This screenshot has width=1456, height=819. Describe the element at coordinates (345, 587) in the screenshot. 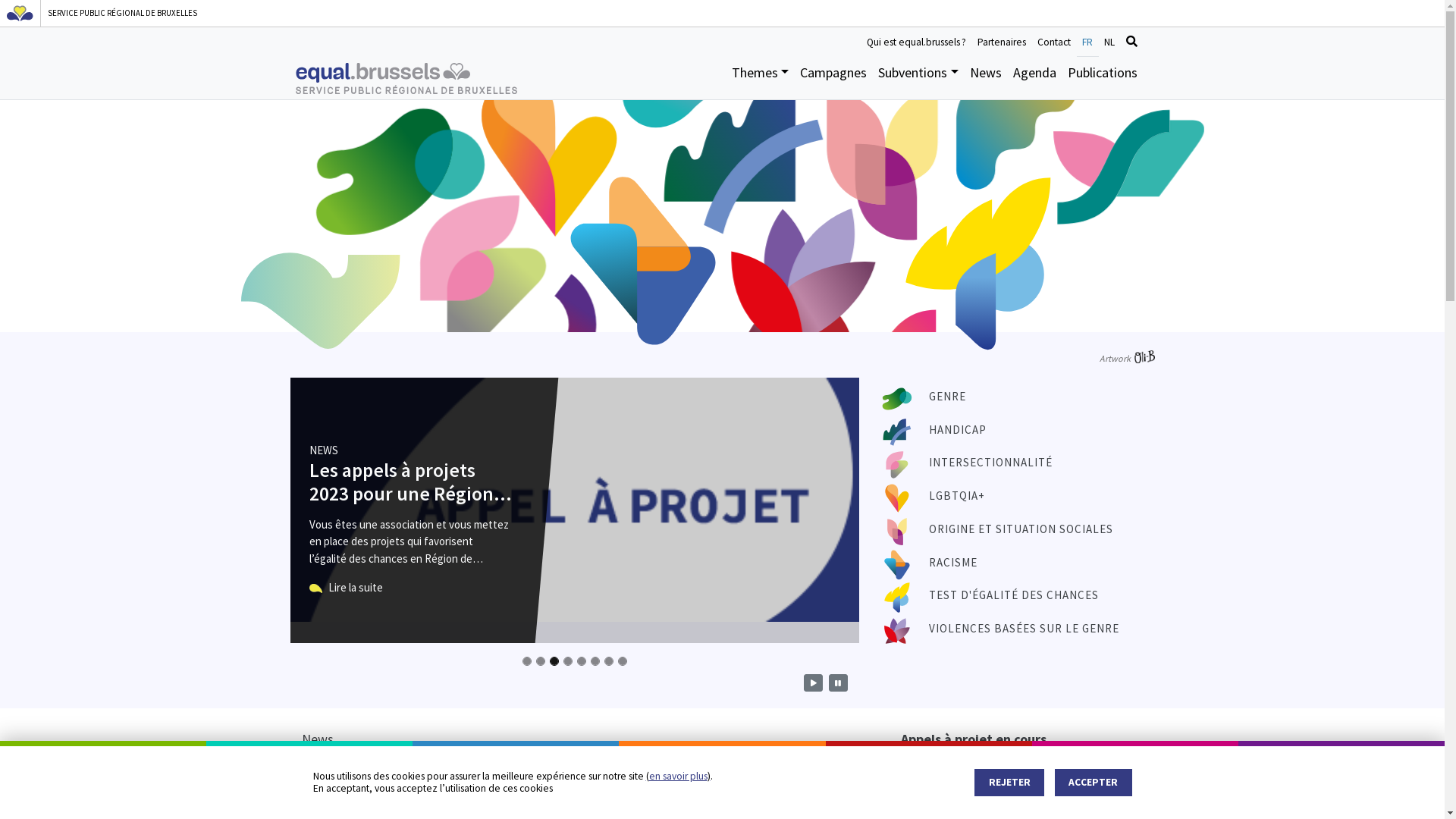

I see `'Lire la suite'` at that location.